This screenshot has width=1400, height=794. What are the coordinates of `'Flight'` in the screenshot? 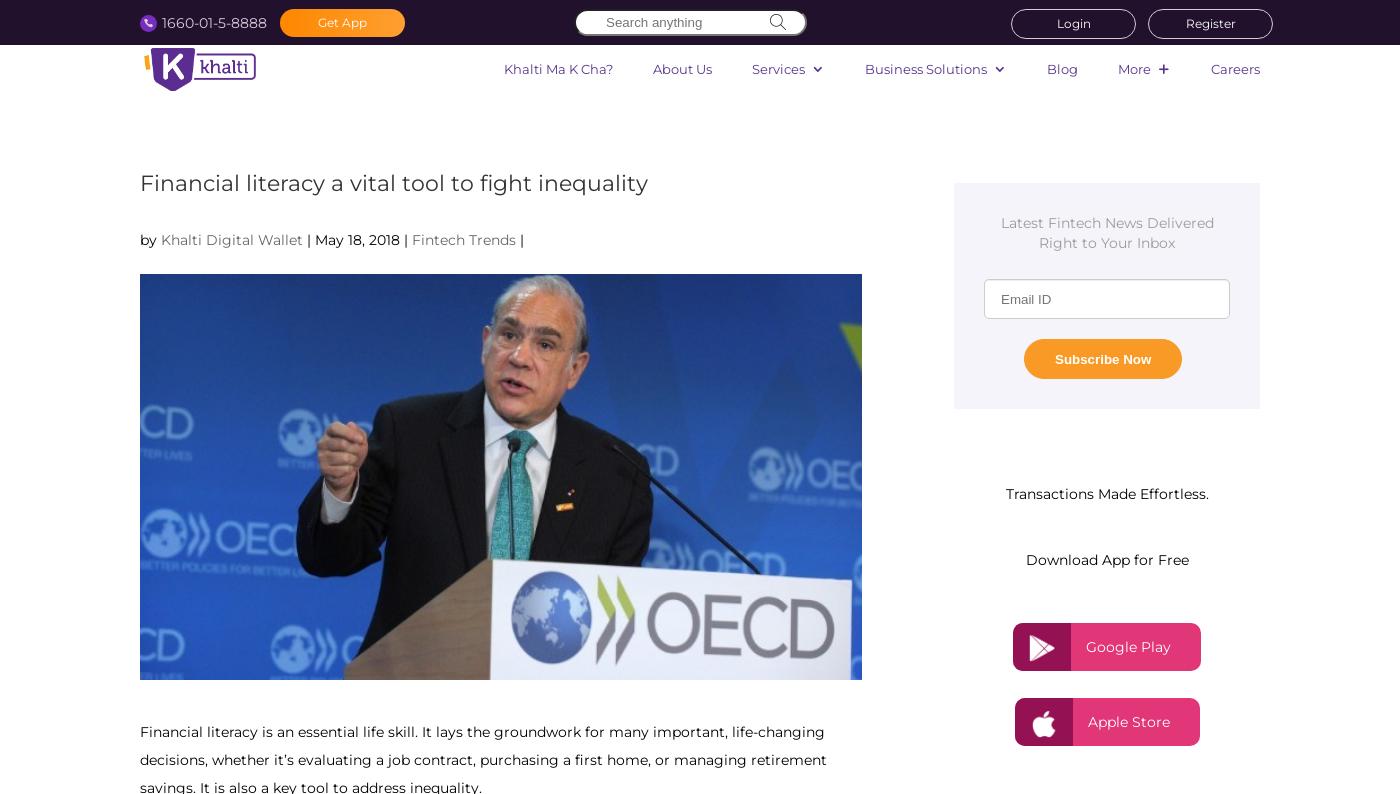 It's located at (788, 440).